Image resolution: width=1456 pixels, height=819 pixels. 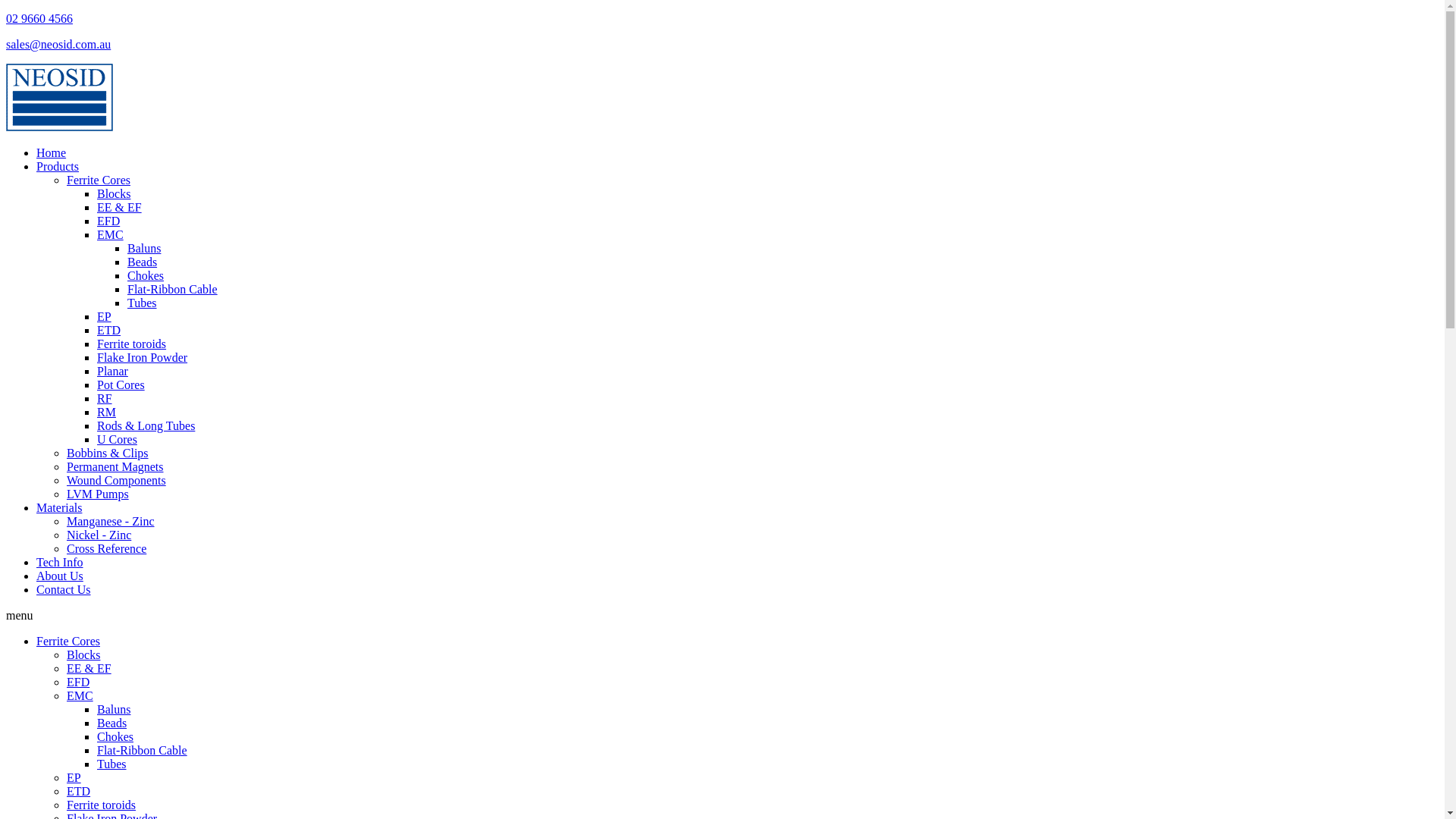 What do you see at coordinates (109, 520) in the screenshot?
I see `'Manganese - Zinc'` at bounding box center [109, 520].